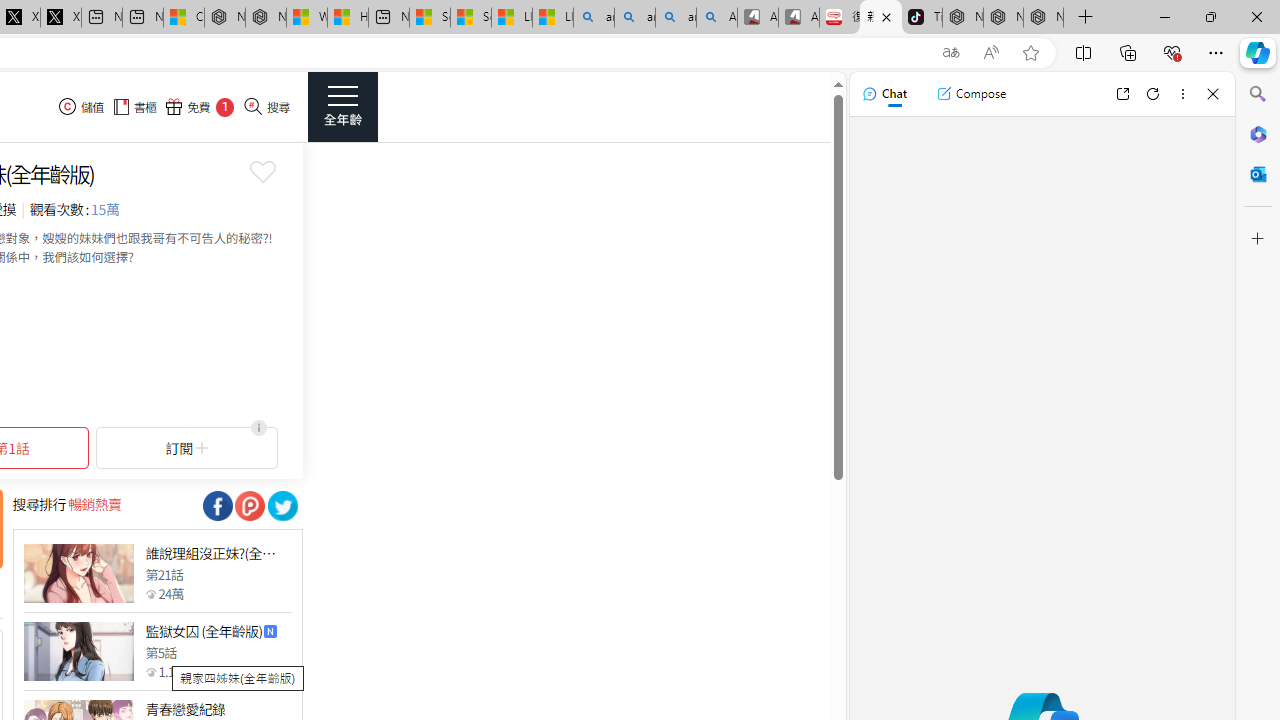 This screenshot has width=1280, height=720. What do you see at coordinates (348, 17) in the screenshot?
I see `'Huge shark washes ashore at New York City beach | Watch'` at bounding box center [348, 17].